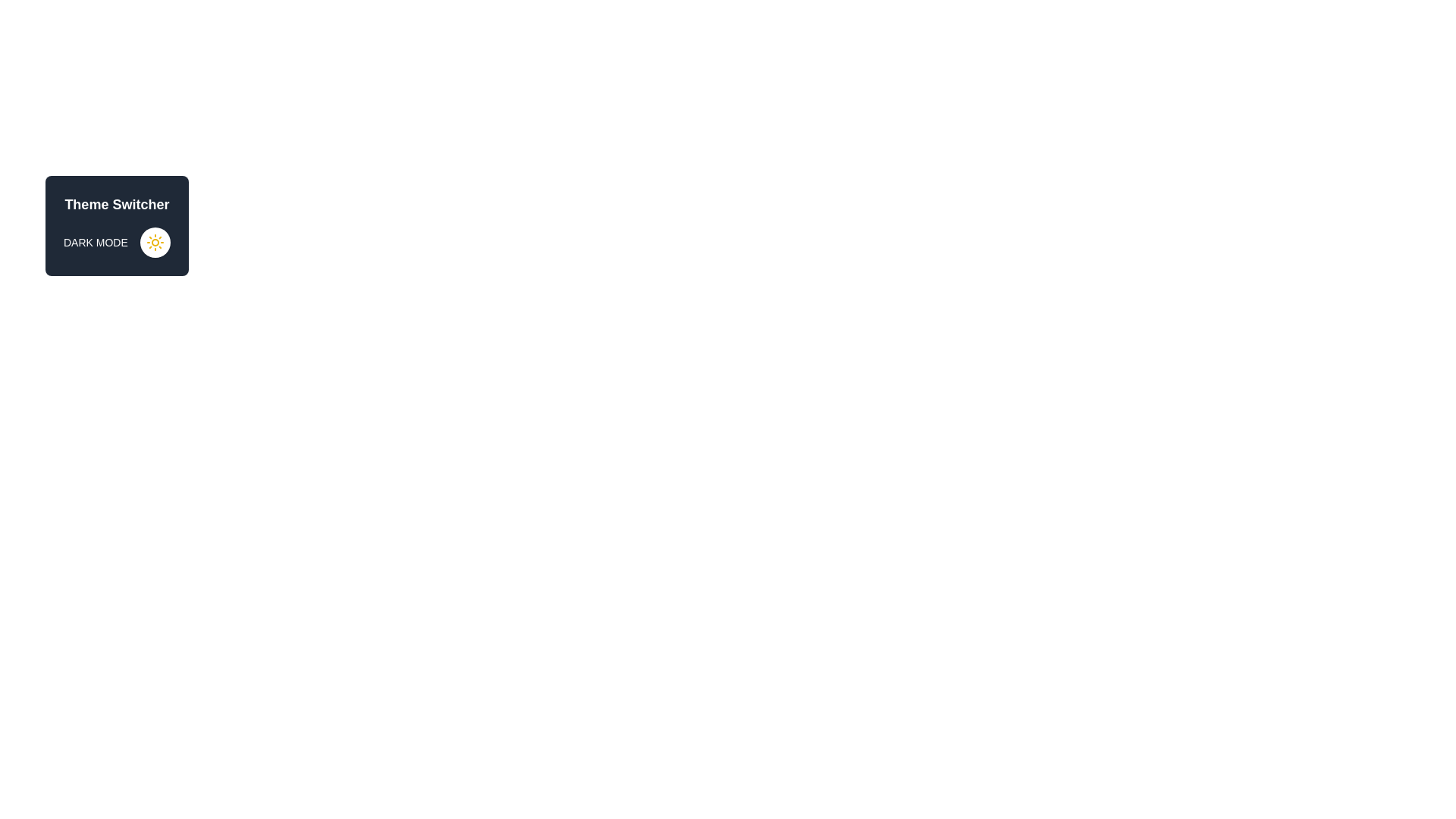 The height and width of the screenshot is (819, 1456). Describe the element at coordinates (155, 242) in the screenshot. I see `the theme toggle button located to the right of the 'Dark Mode' text to switch between light and dark themes` at that location.